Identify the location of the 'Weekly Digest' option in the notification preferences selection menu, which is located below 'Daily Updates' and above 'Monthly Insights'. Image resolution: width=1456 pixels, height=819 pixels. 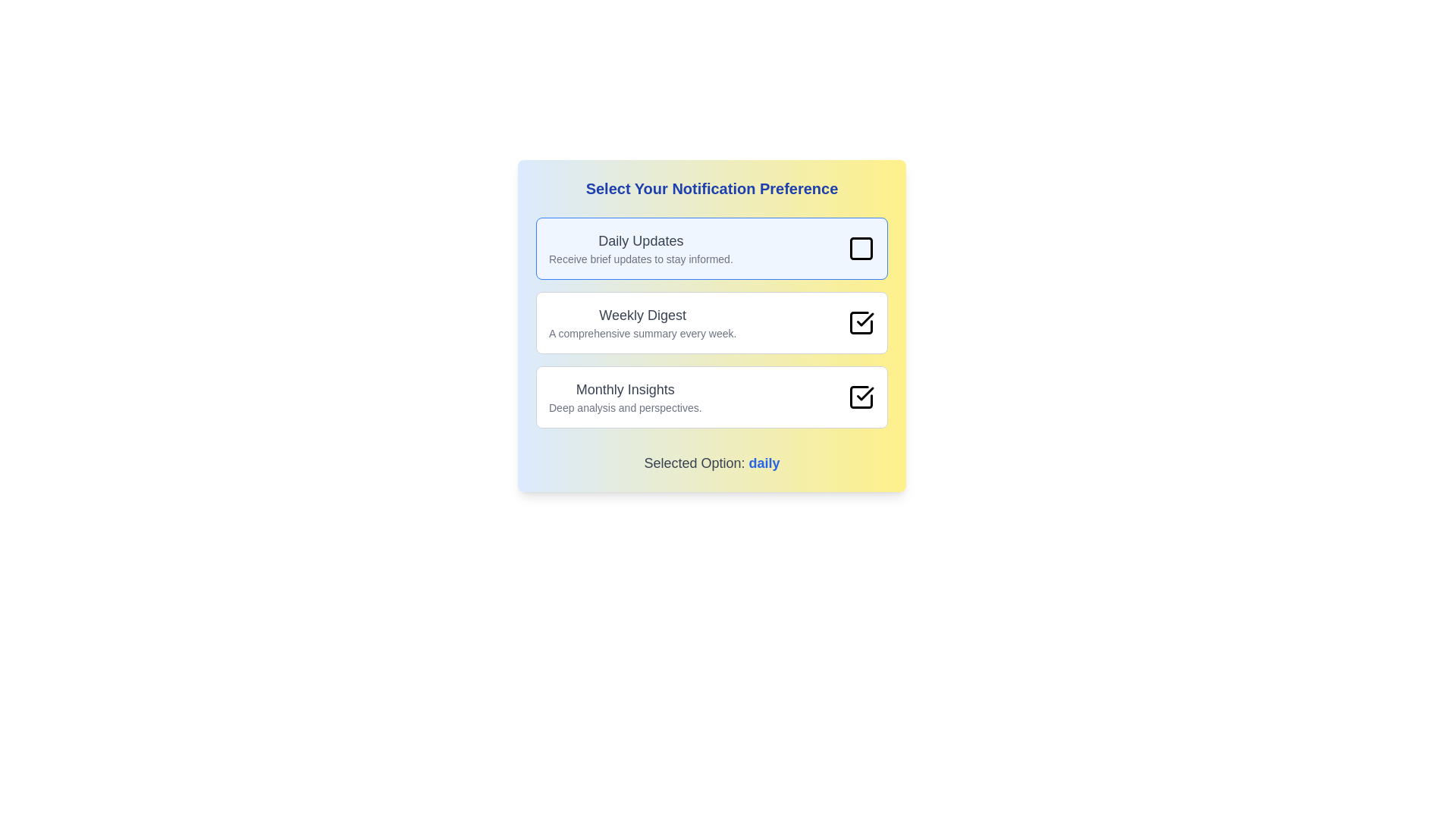
(711, 322).